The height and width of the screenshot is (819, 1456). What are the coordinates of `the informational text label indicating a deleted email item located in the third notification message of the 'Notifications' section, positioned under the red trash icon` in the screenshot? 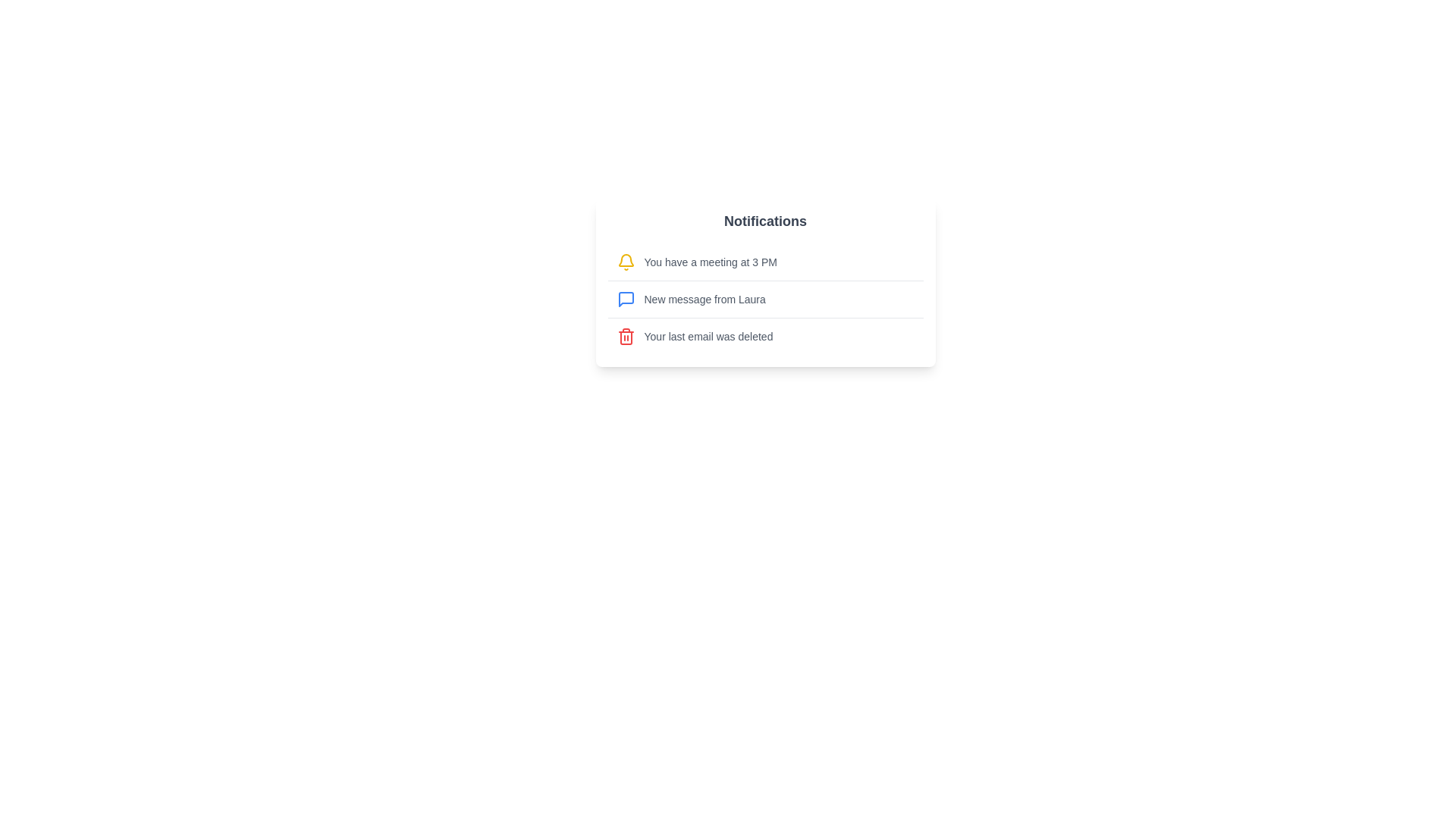 It's located at (708, 335).